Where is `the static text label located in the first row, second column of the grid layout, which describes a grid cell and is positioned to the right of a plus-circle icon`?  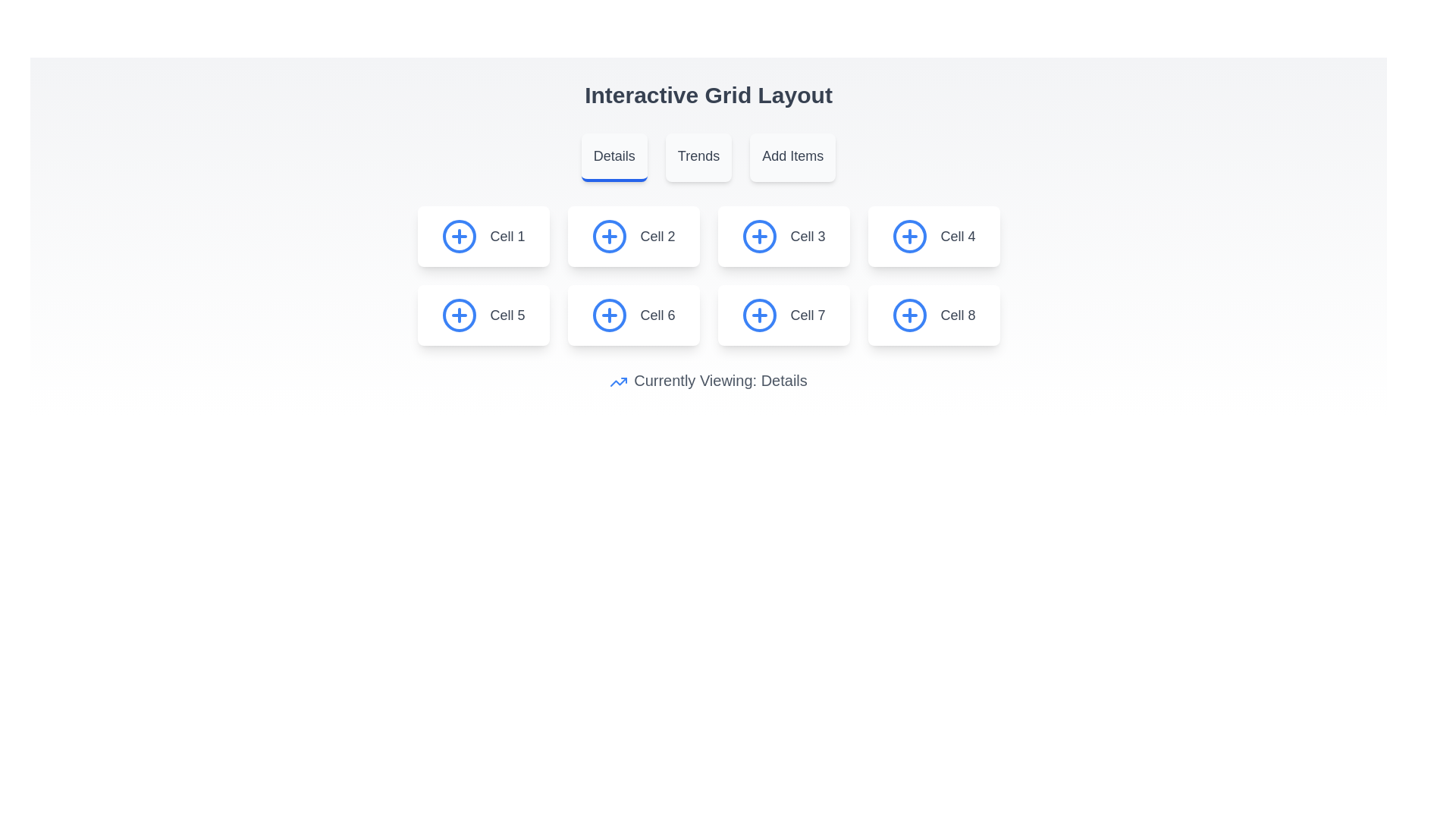 the static text label located in the first row, second column of the grid layout, which describes a grid cell and is positioned to the right of a plus-circle icon is located at coordinates (657, 237).